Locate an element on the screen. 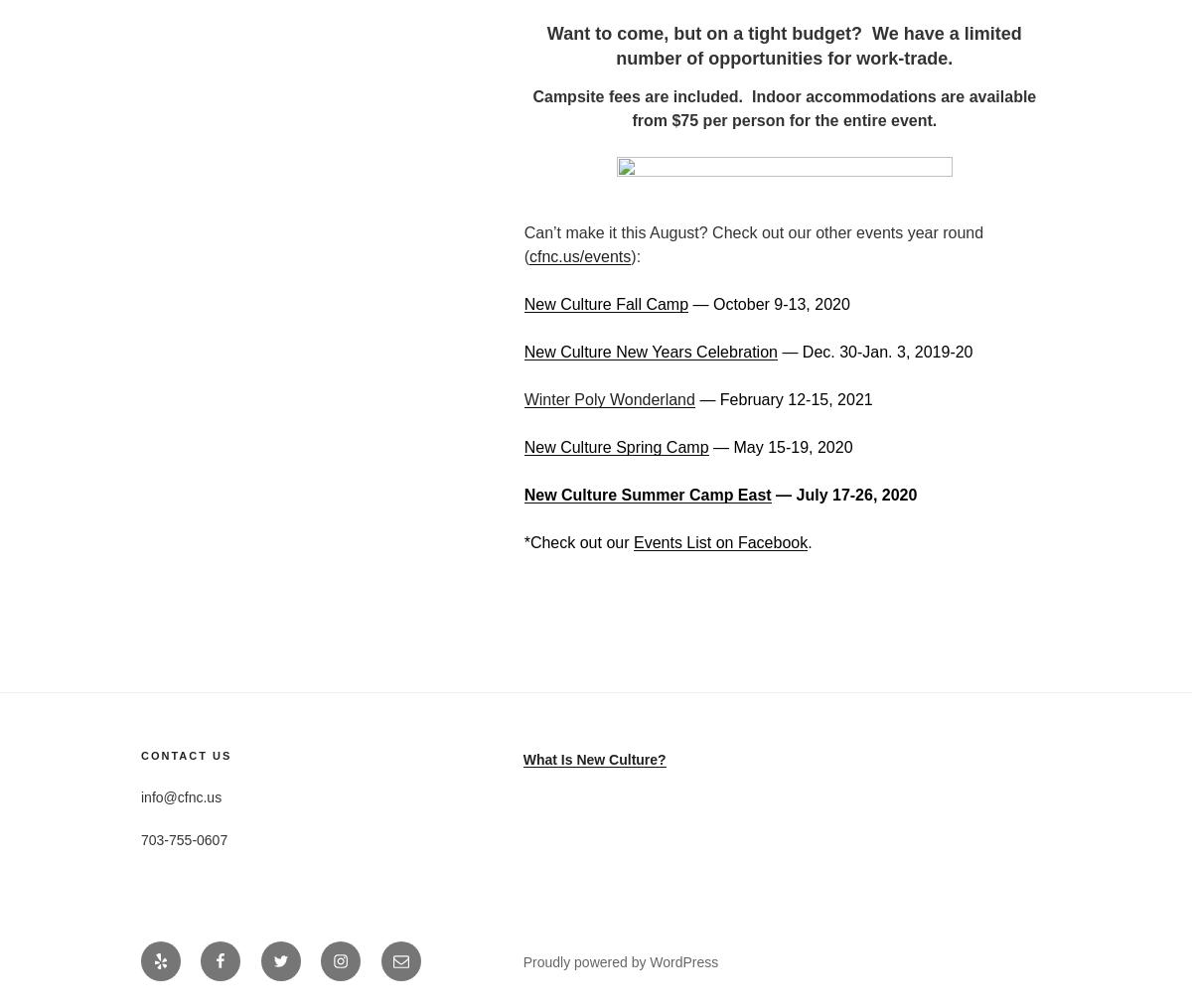  'Events List on Facebook' is located at coordinates (720, 542).